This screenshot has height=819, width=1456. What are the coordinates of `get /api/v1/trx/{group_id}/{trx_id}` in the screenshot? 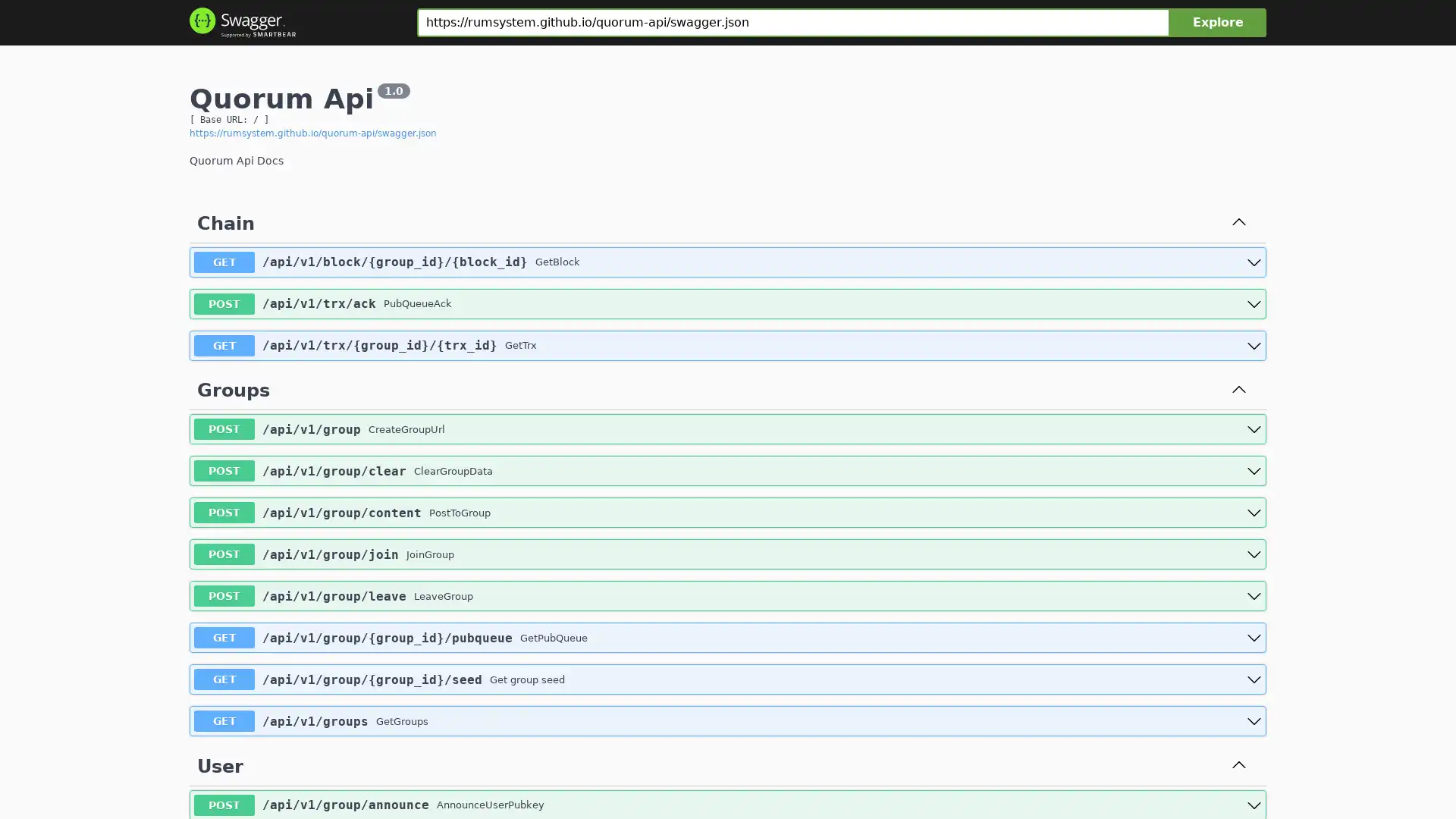 It's located at (728, 345).